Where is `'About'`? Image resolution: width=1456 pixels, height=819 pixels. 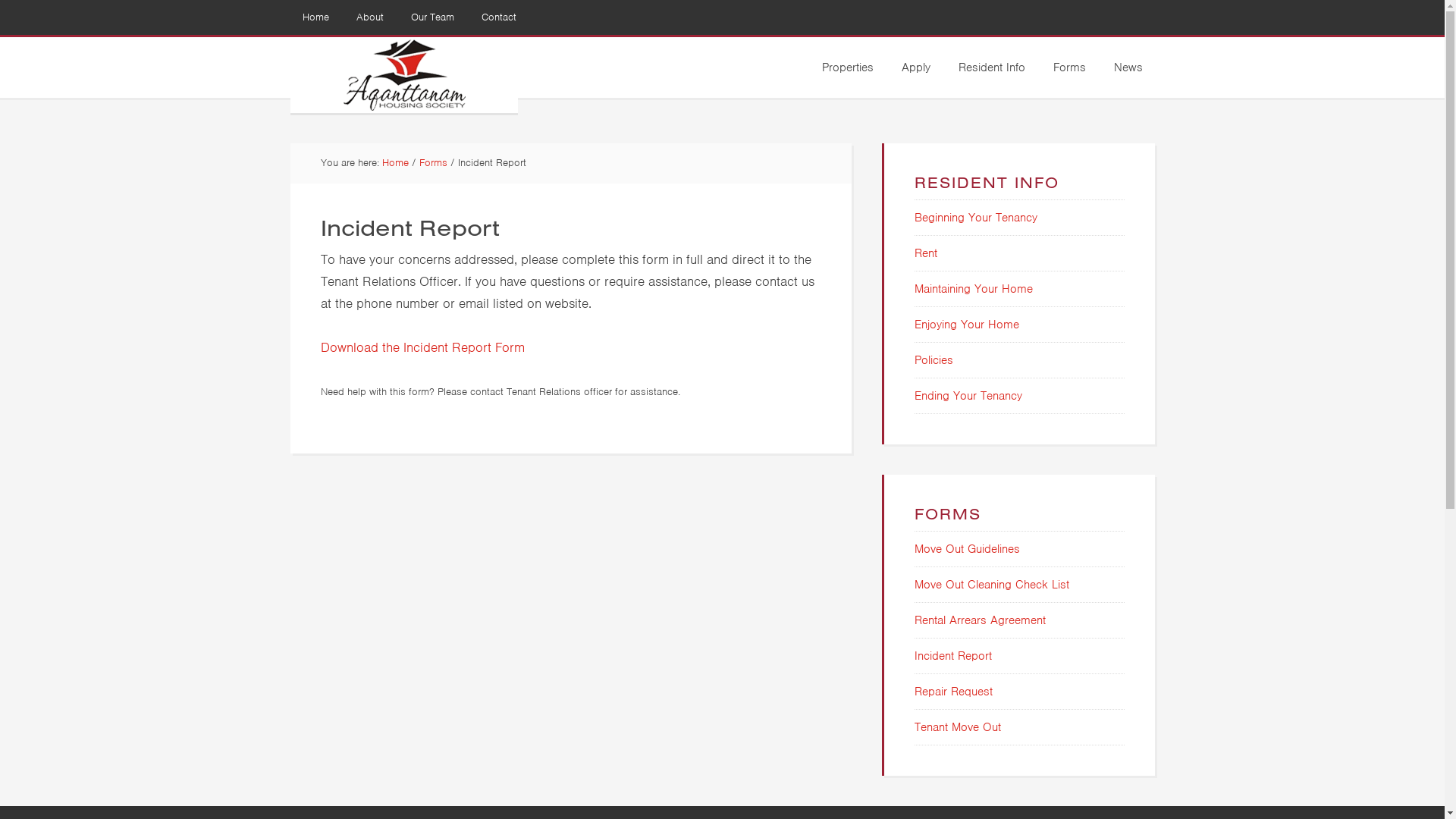
'About' is located at coordinates (370, 17).